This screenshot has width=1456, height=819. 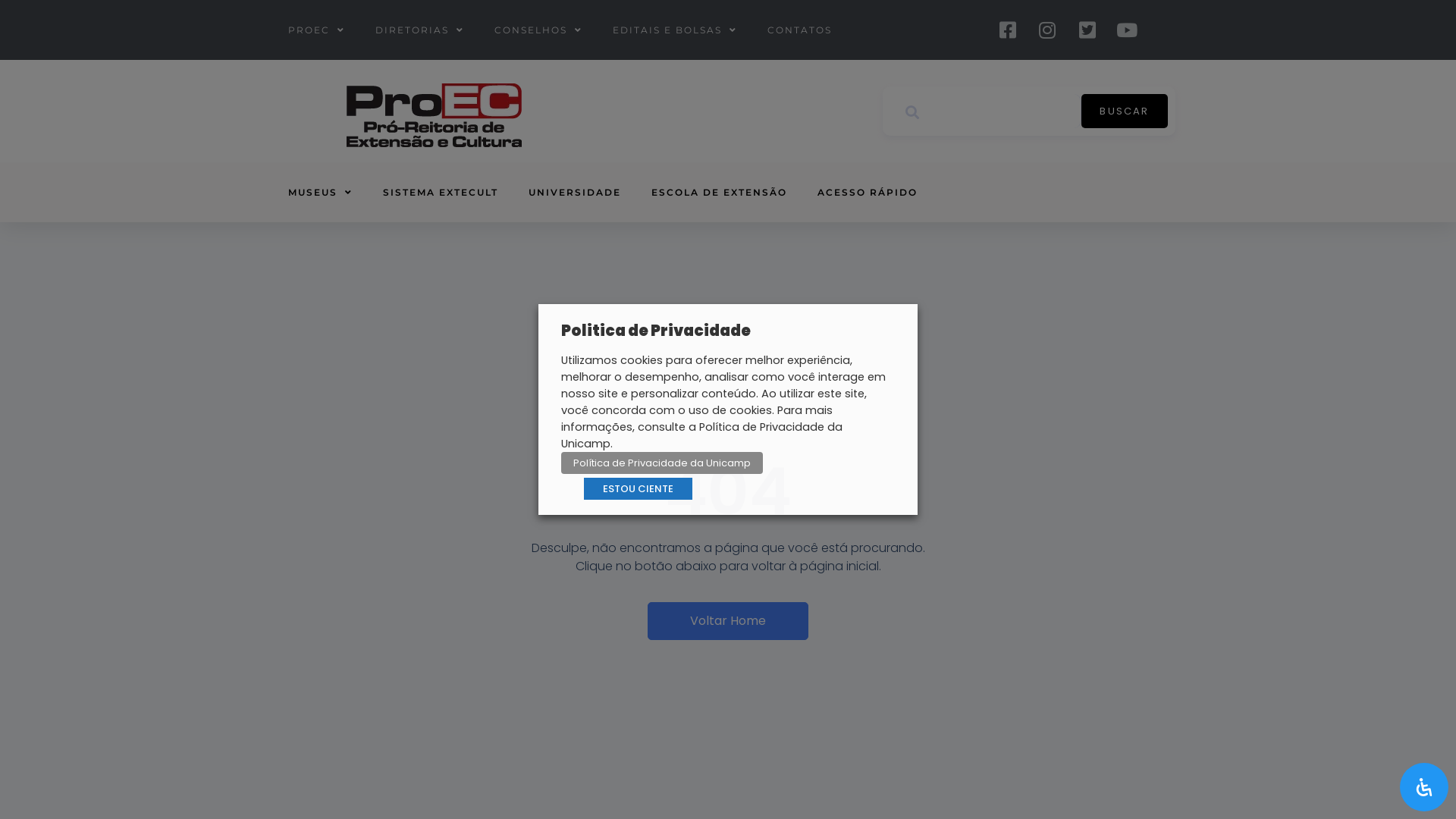 I want to click on 'UNIVERSIDADE', so click(x=574, y=191).